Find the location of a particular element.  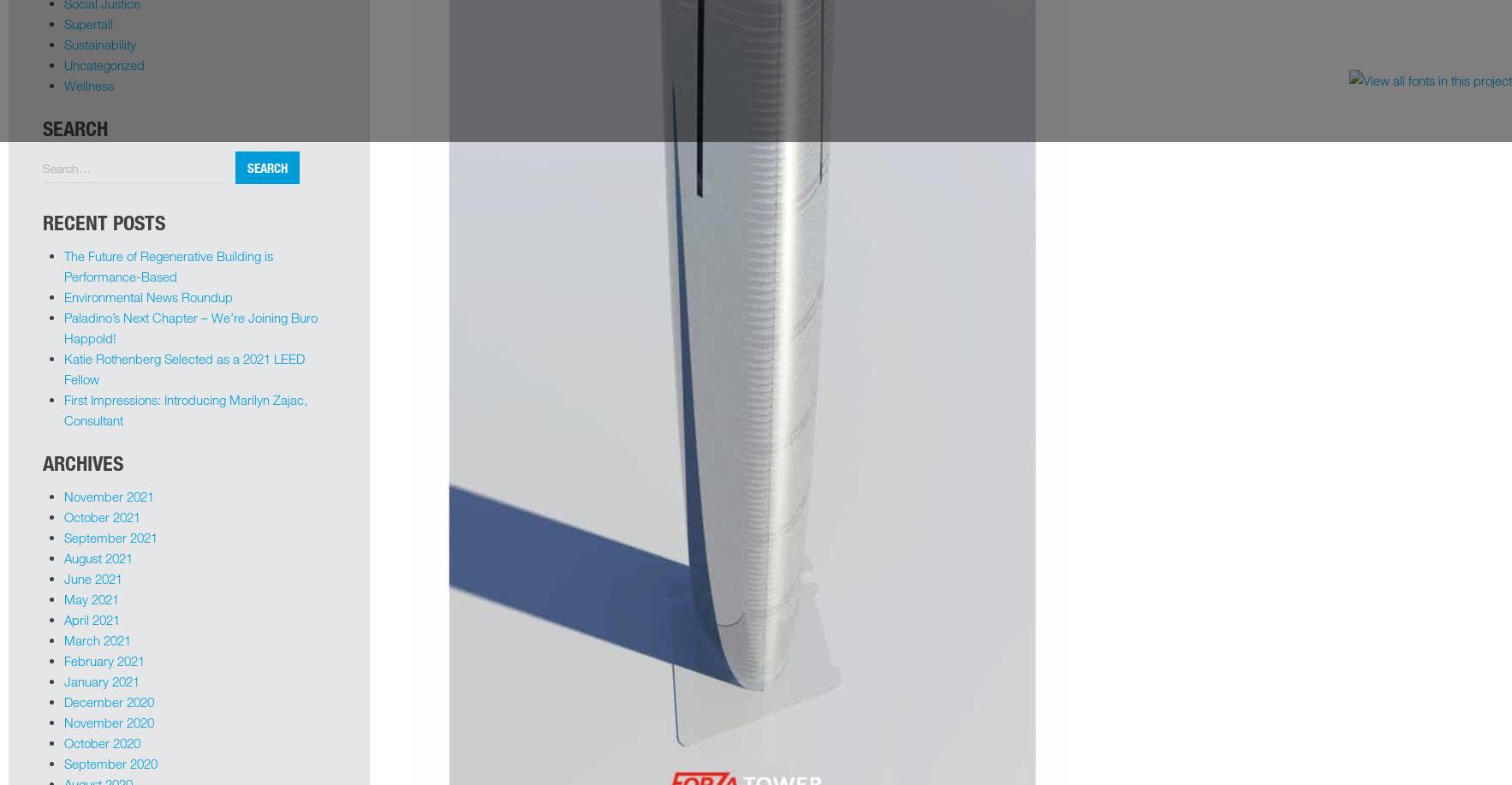

'April 2021' is located at coordinates (63, 617).